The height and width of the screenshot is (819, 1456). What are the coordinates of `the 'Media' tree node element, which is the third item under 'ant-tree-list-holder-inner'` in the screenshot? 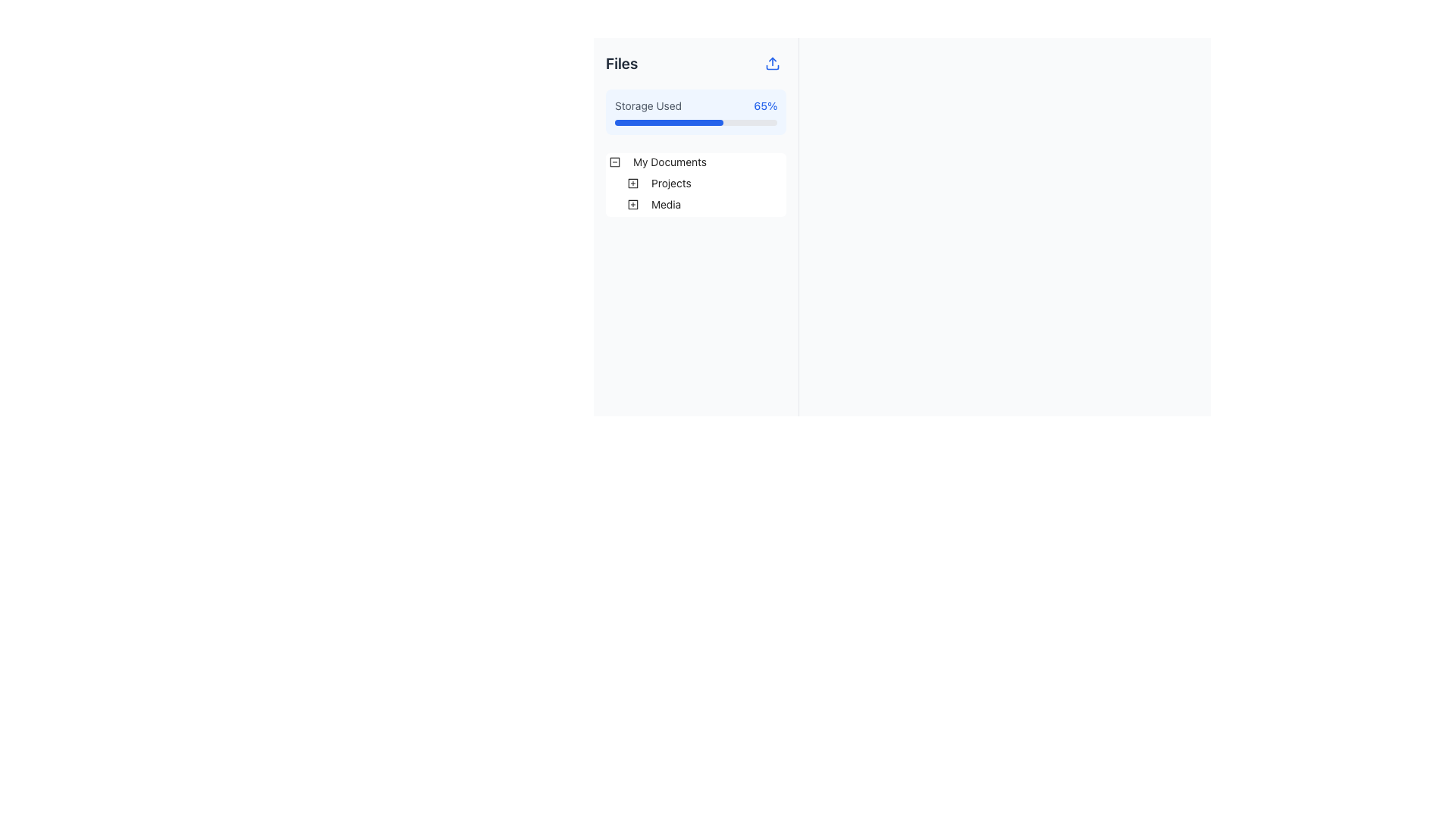 It's located at (646, 205).